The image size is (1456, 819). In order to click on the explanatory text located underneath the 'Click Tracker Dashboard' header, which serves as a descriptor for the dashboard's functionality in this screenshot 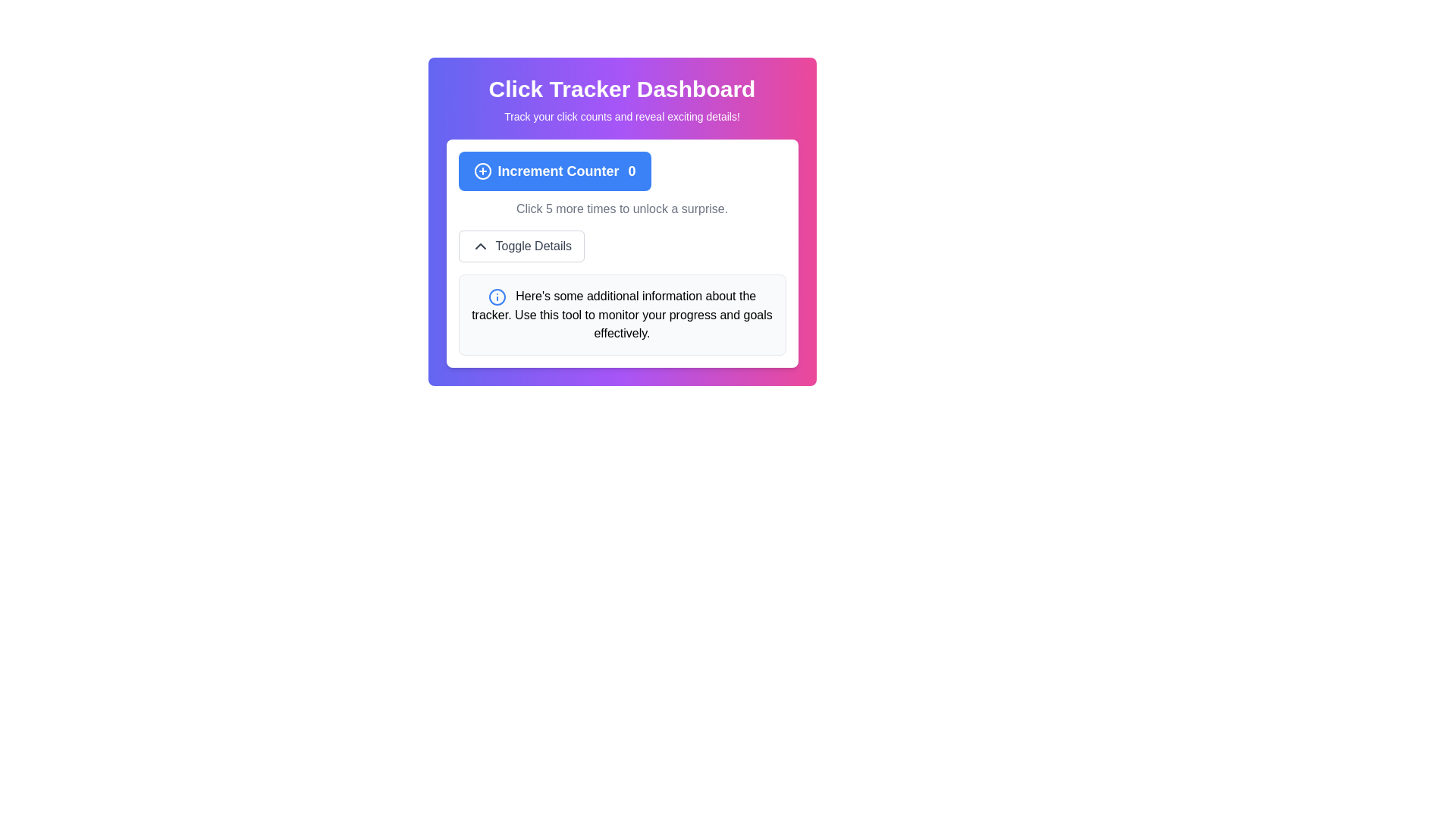, I will do `click(622, 116)`.